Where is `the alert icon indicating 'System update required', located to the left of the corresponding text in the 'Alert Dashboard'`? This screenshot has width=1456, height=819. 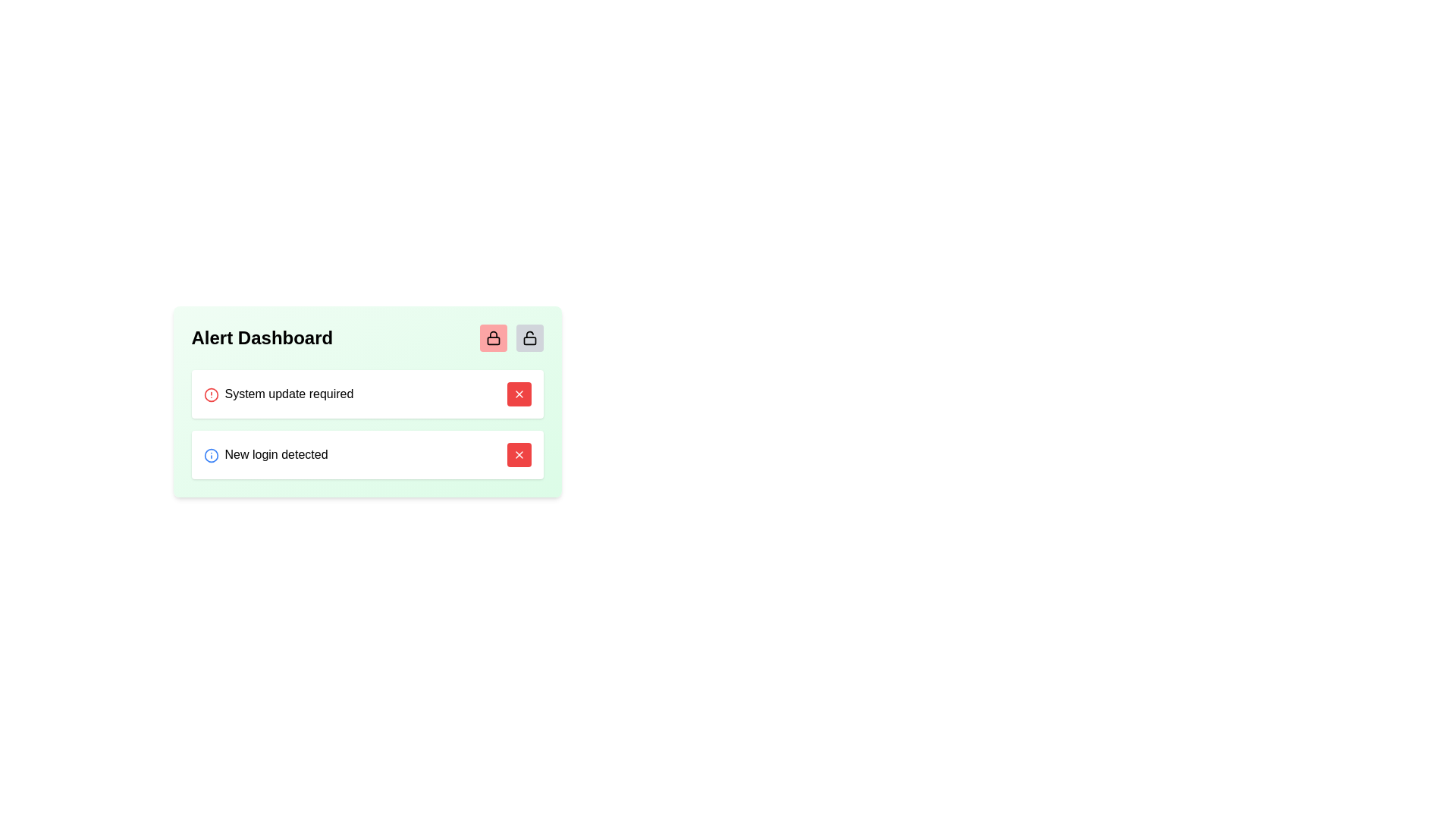
the alert icon indicating 'System update required', located to the left of the corresponding text in the 'Alert Dashboard' is located at coordinates (210, 394).